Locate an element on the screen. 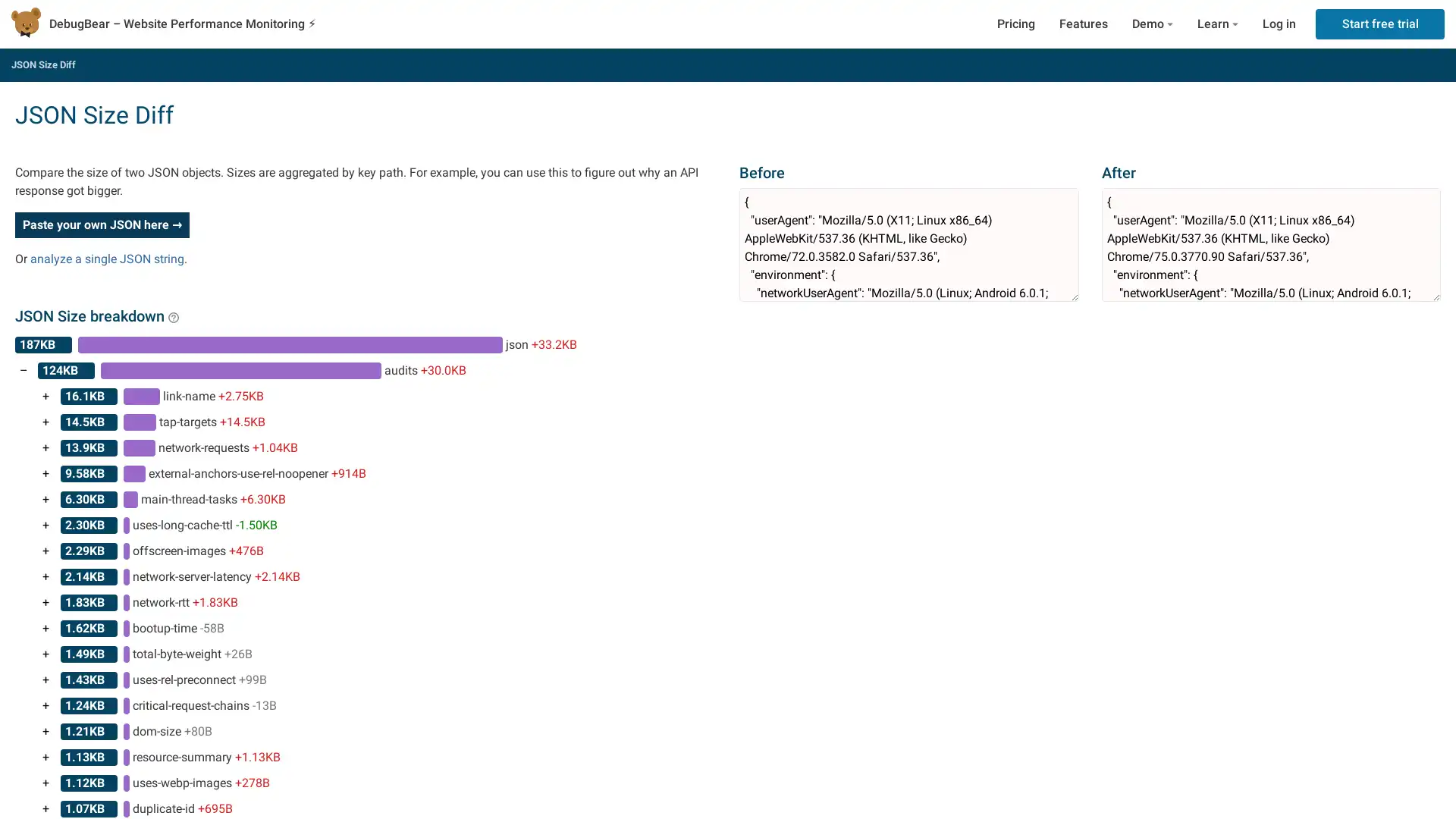 Image resolution: width=1456 pixels, height=819 pixels. + is located at coordinates (45, 705).